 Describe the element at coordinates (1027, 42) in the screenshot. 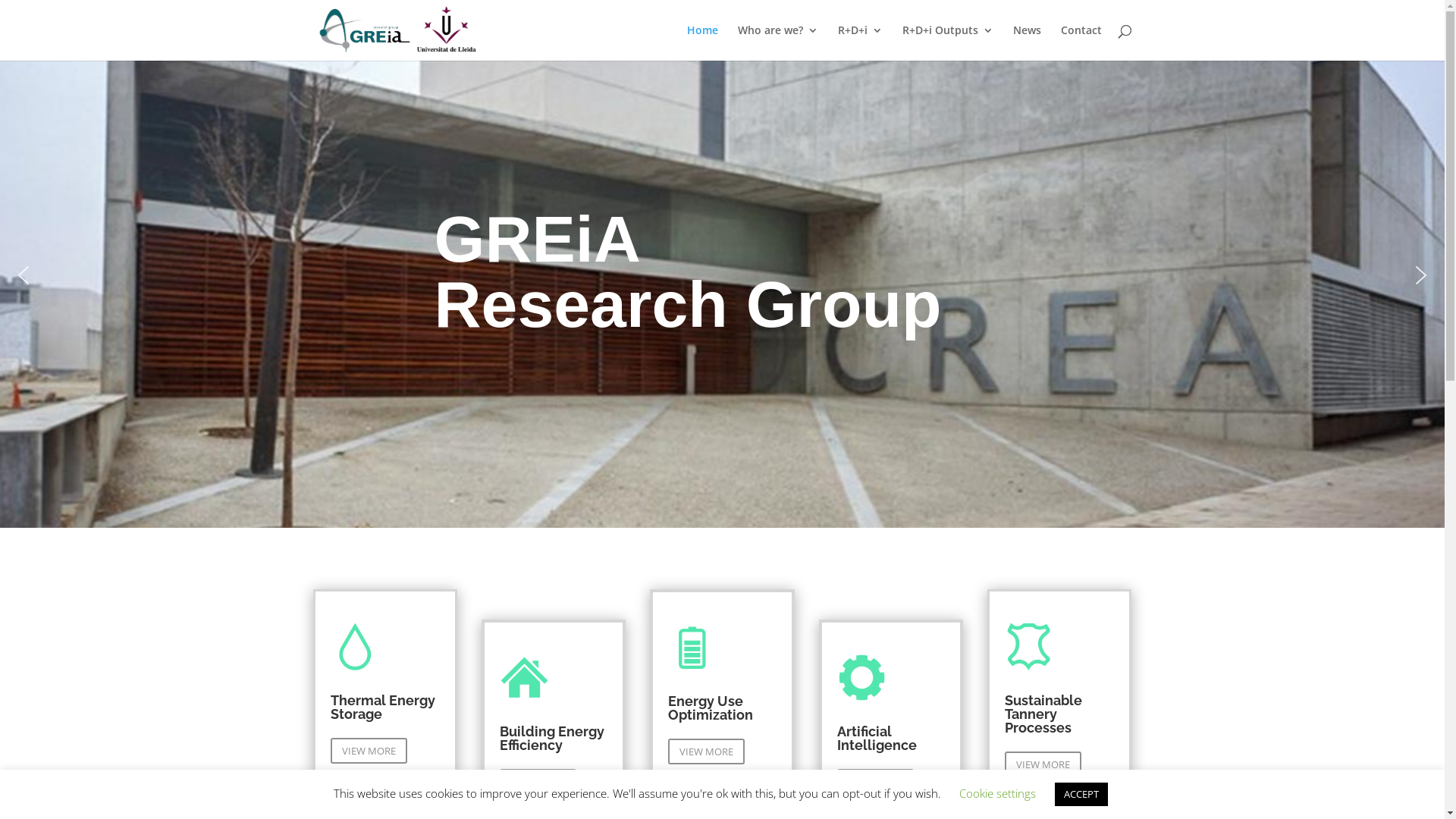

I see `'News'` at that location.